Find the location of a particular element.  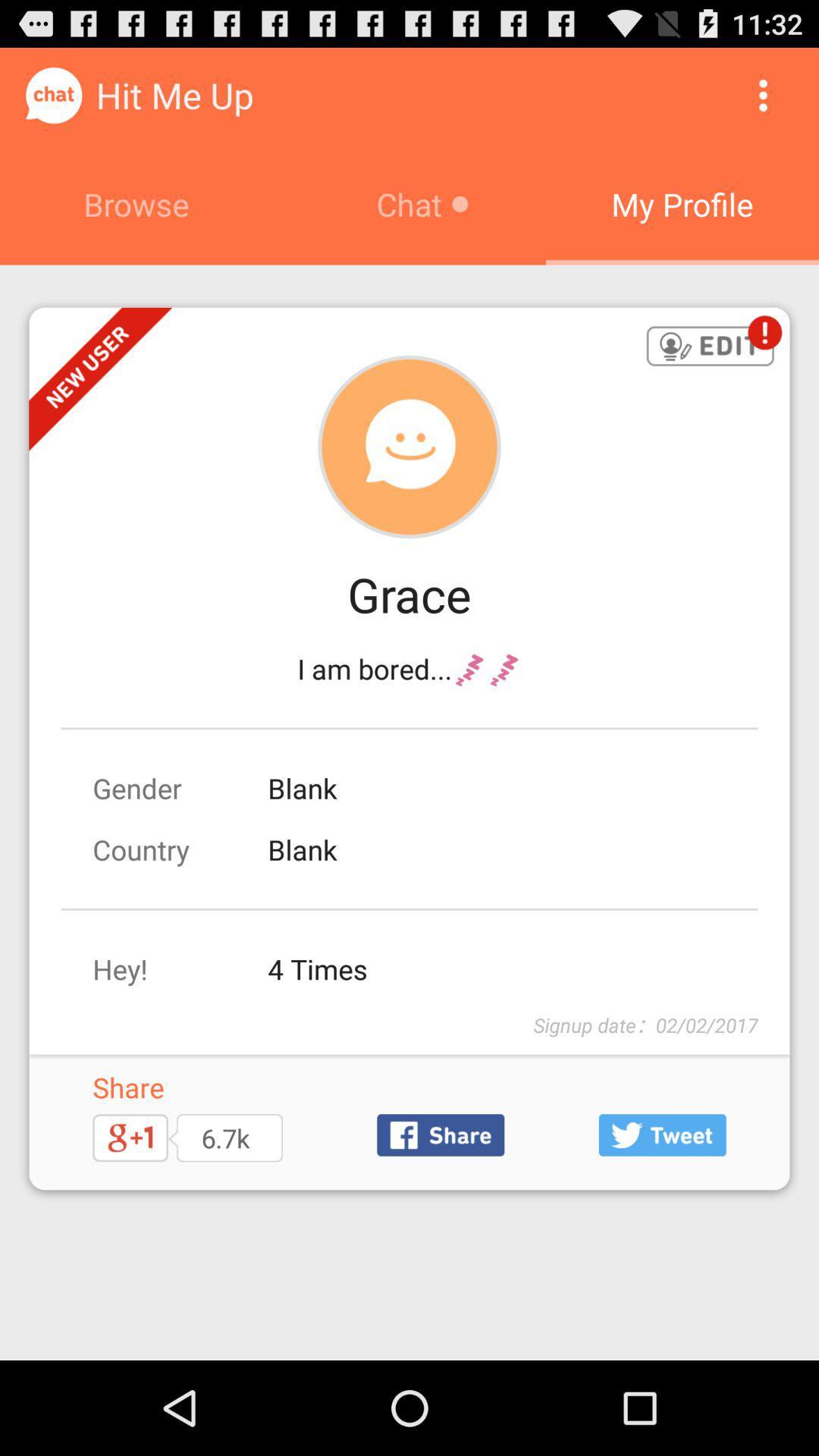

share on twitter is located at coordinates (661, 1135).